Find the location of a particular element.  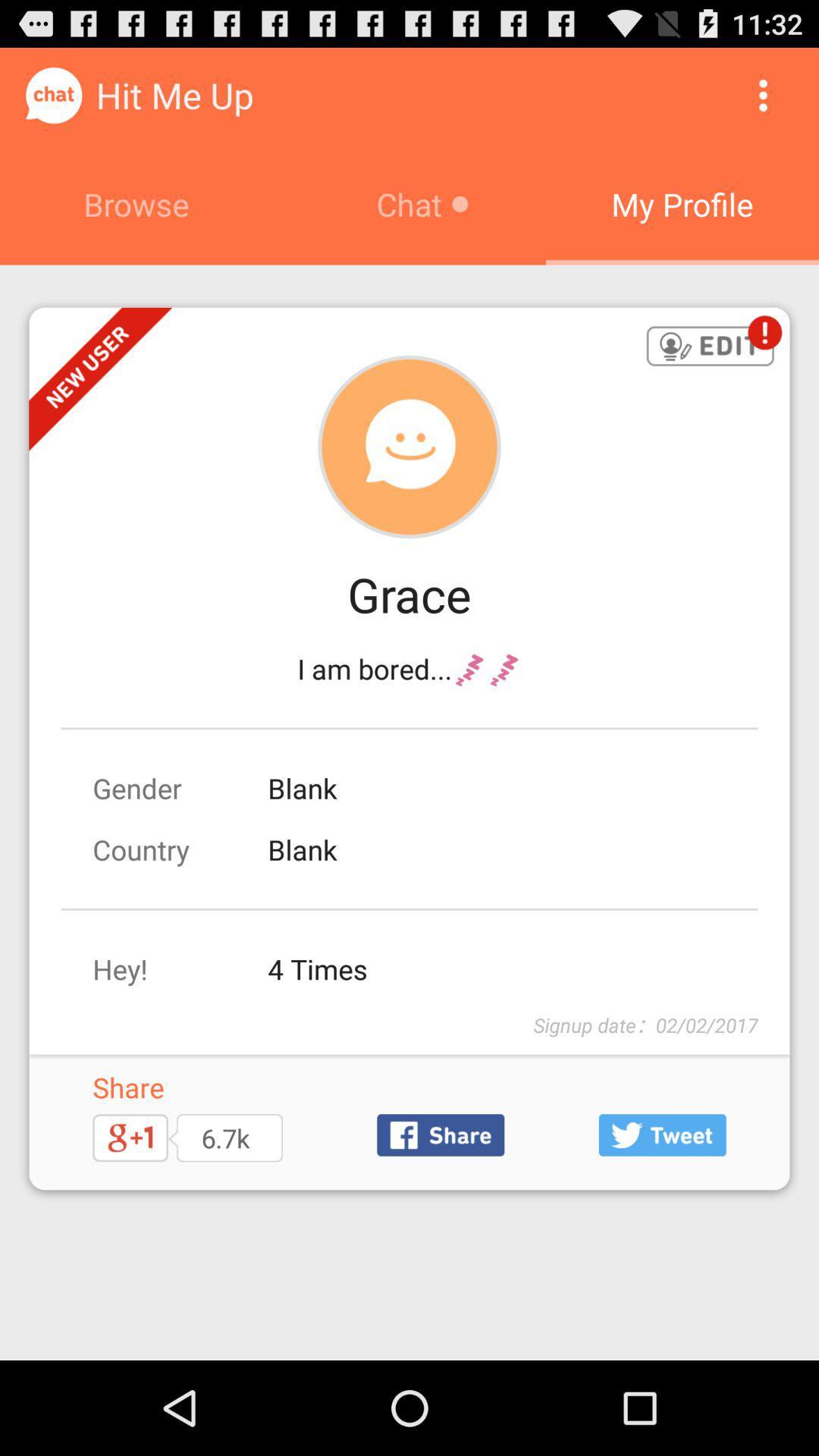

share on twitter is located at coordinates (661, 1135).